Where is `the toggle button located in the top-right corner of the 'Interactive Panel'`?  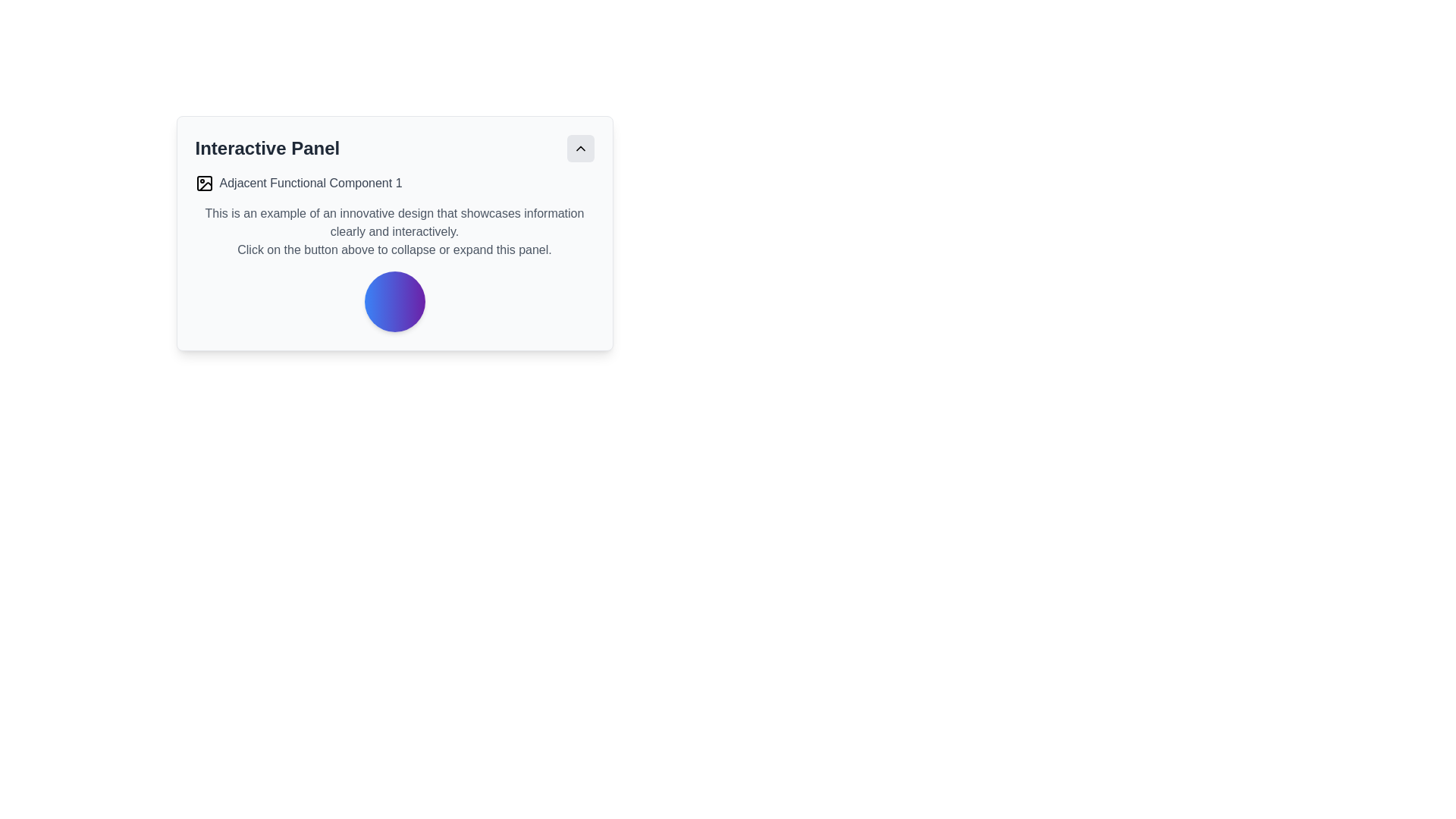 the toggle button located in the top-right corner of the 'Interactive Panel' is located at coordinates (579, 149).